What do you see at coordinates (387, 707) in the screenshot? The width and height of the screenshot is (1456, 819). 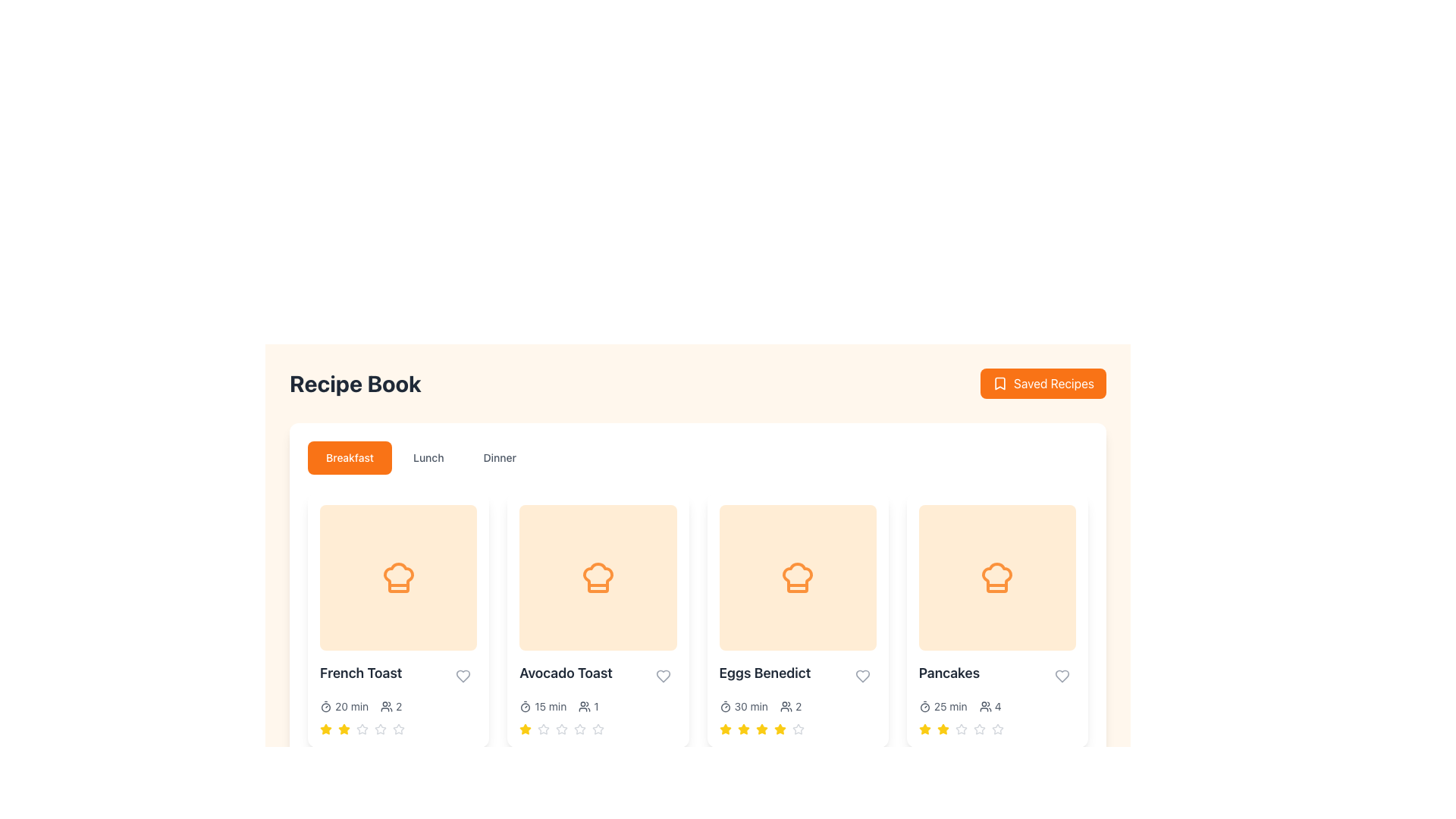 I see `the user silhouette icon located to the left of the number '2' in the recipe details for 'French Toast' if interactive actions are enabled` at bounding box center [387, 707].